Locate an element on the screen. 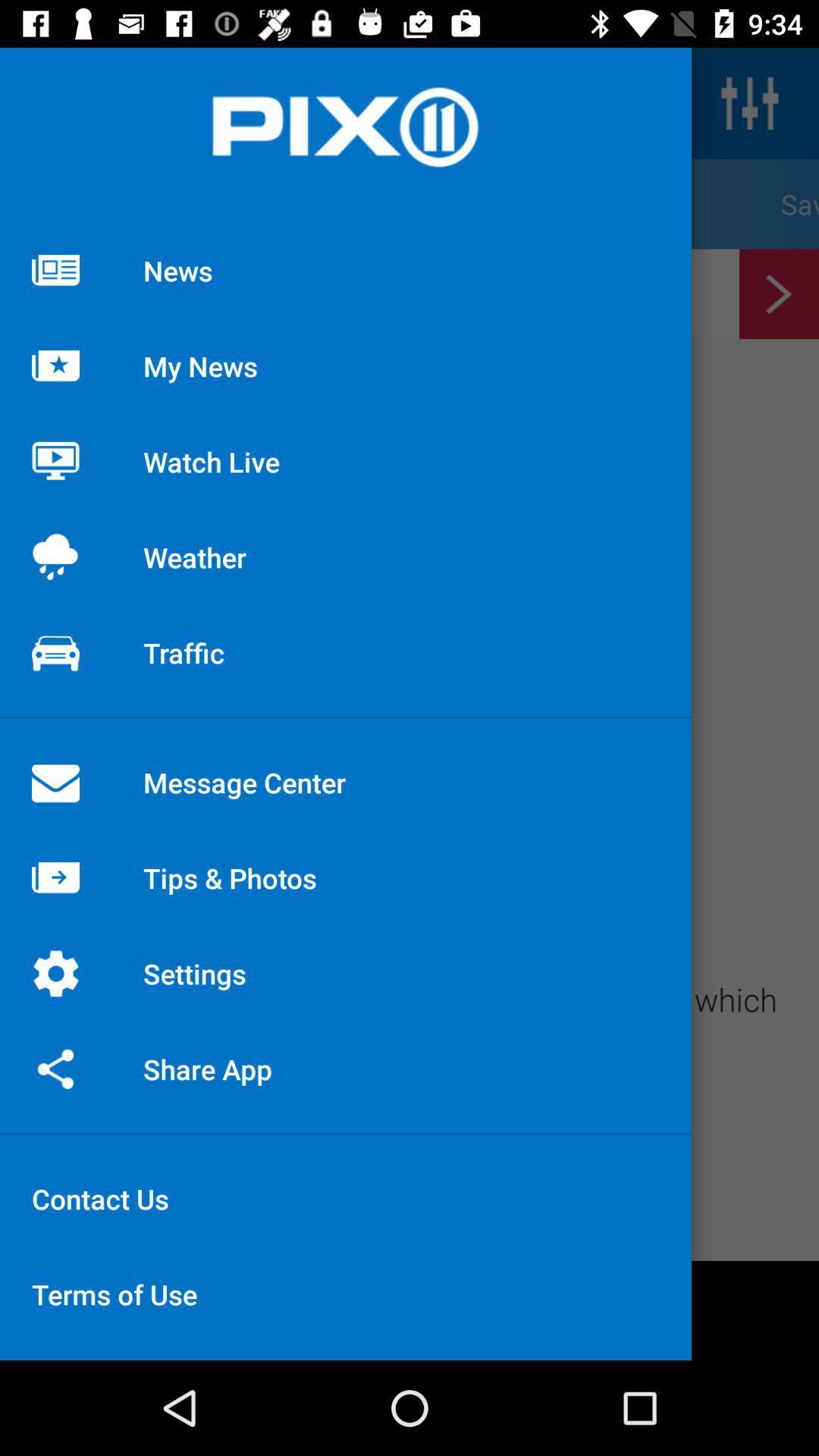 This screenshot has height=1456, width=819. the sliders icon is located at coordinates (748, 102).